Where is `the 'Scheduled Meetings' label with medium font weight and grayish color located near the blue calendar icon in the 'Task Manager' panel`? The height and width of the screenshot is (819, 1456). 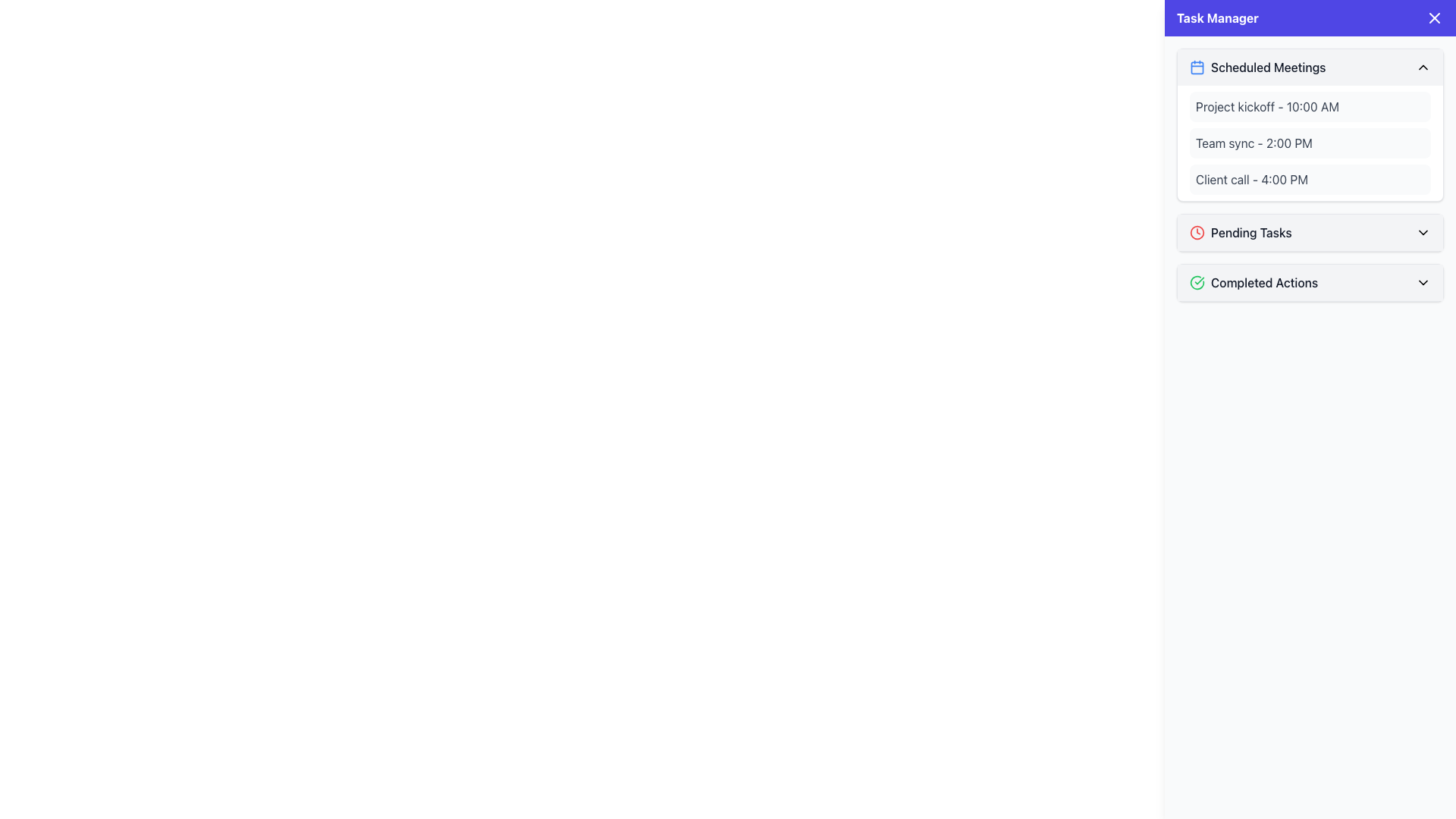 the 'Scheduled Meetings' label with medium font weight and grayish color located near the blue calendar icon in the 'Task Manager' panel is located at coordinates (1268, 66).